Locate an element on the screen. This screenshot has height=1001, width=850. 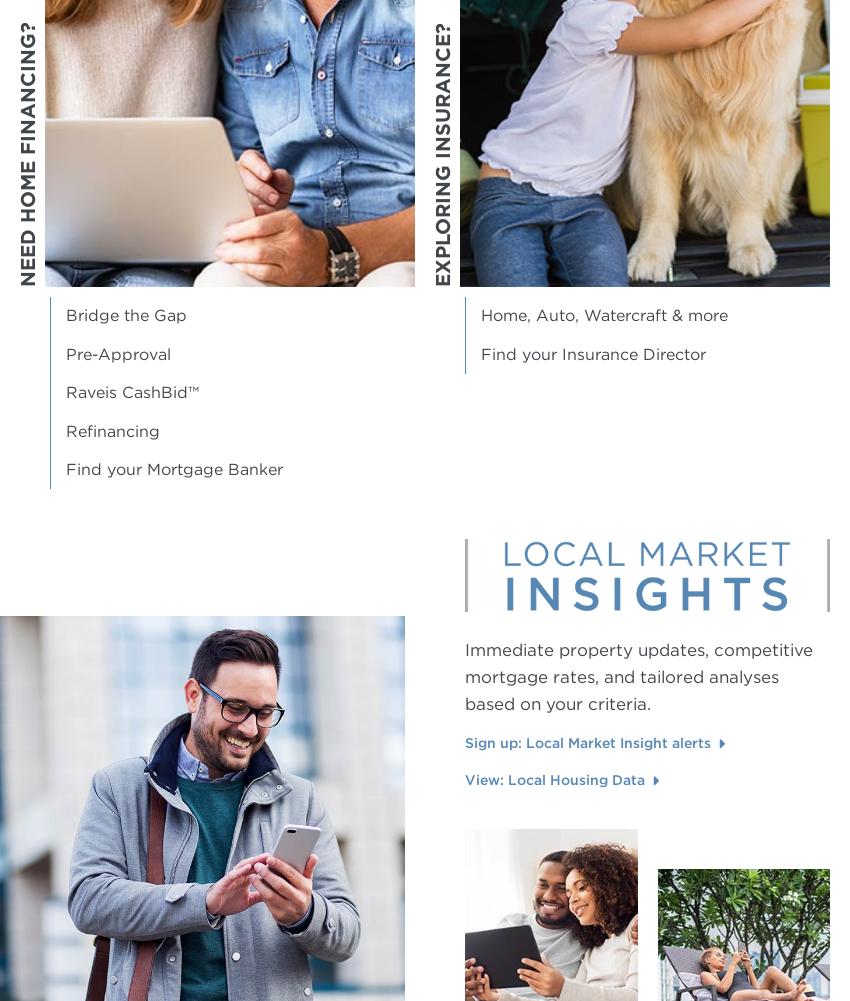
'Refinancing' is located at coordinates (65, 430).